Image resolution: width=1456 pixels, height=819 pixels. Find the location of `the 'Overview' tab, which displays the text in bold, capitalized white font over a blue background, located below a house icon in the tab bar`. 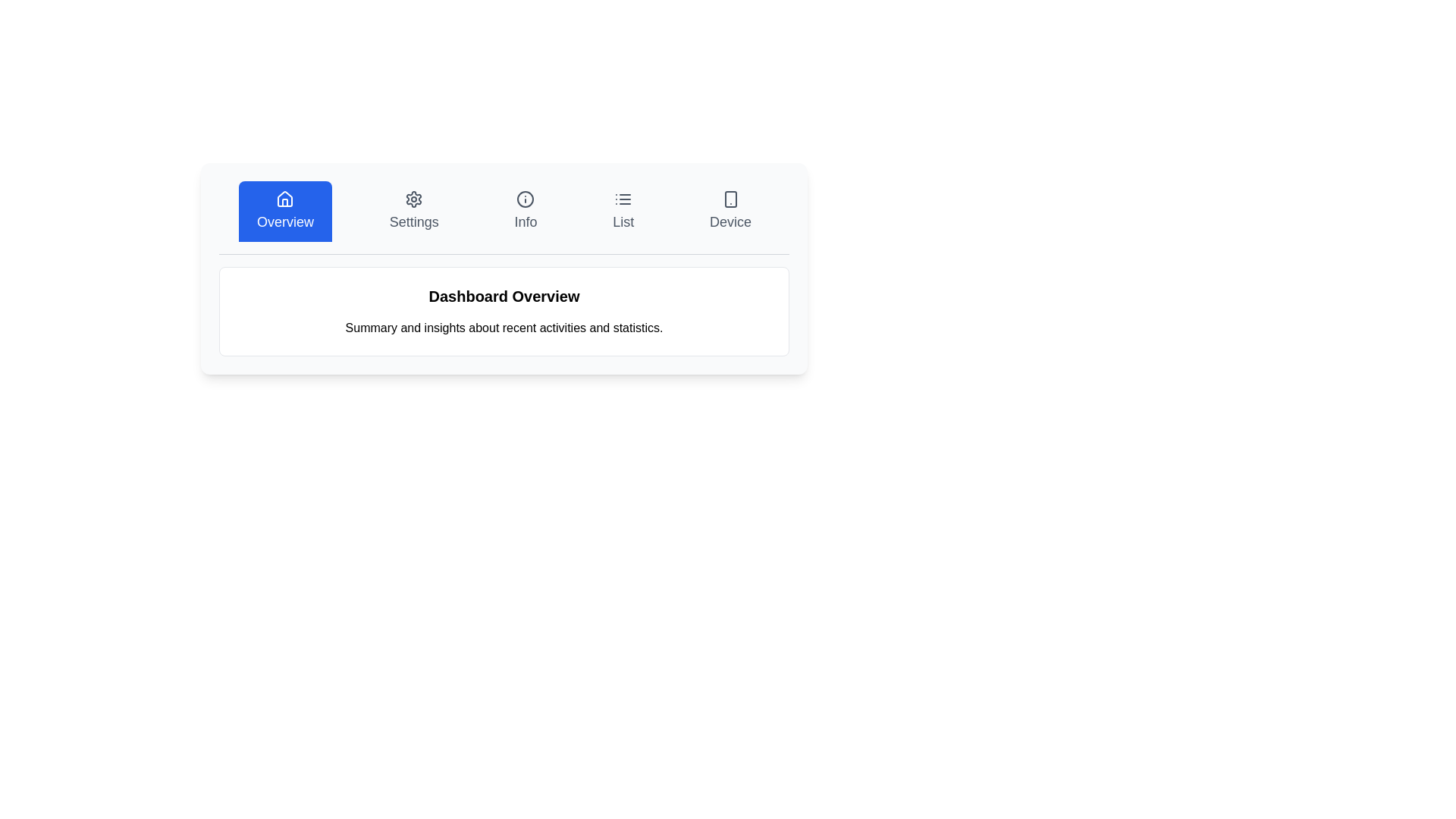

the 'Overview' tab, which displays the text in bold, capitalized white font over a blue background, located below a house icon in the tab bar is located at coordinates (285, 222).